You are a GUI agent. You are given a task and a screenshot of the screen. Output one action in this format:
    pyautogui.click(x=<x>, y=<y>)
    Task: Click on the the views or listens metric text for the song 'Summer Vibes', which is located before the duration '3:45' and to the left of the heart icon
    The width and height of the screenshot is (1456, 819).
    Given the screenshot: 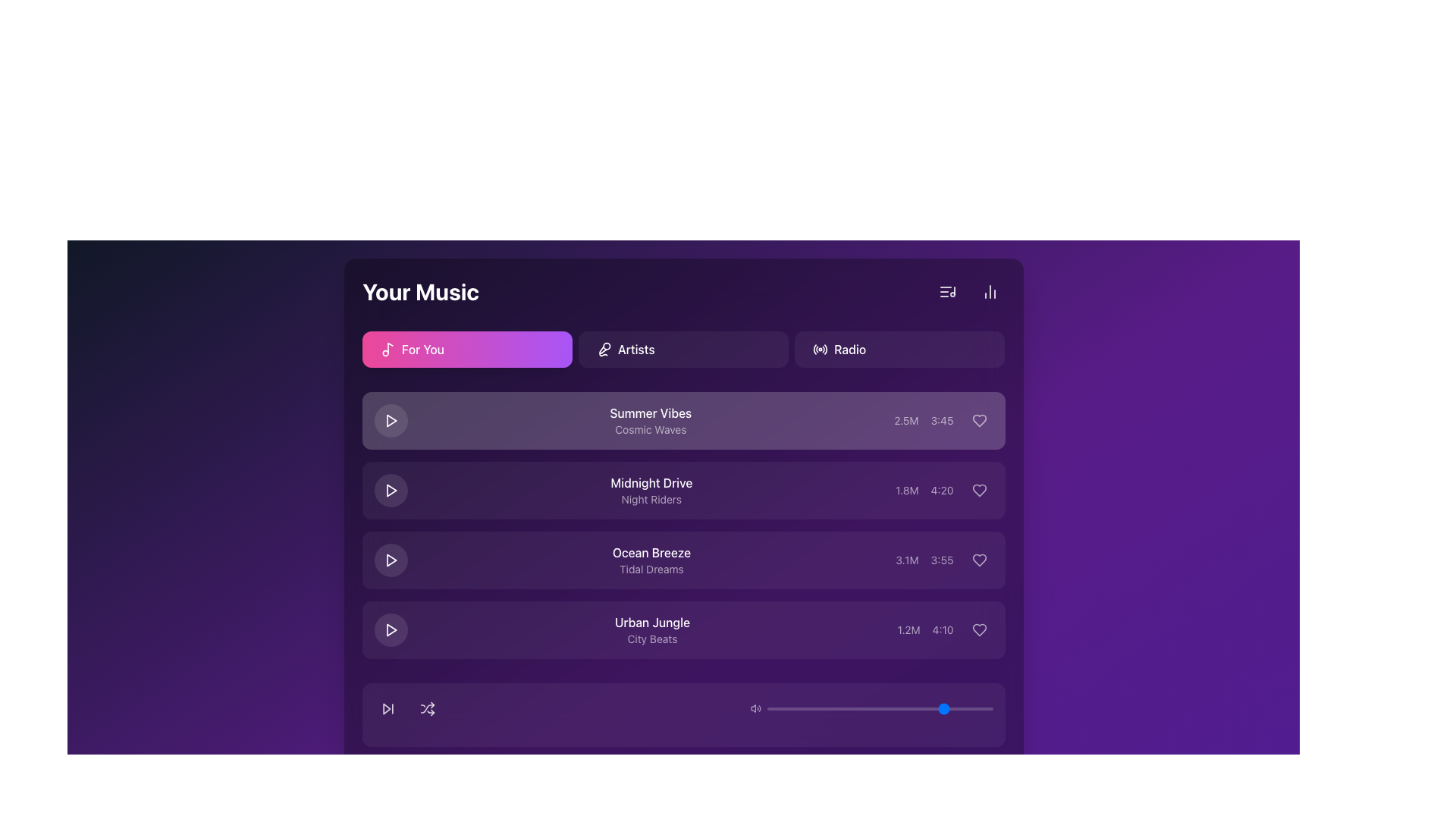 What is the action you would take?
    pyautogui.click(x=906, y=421)
    